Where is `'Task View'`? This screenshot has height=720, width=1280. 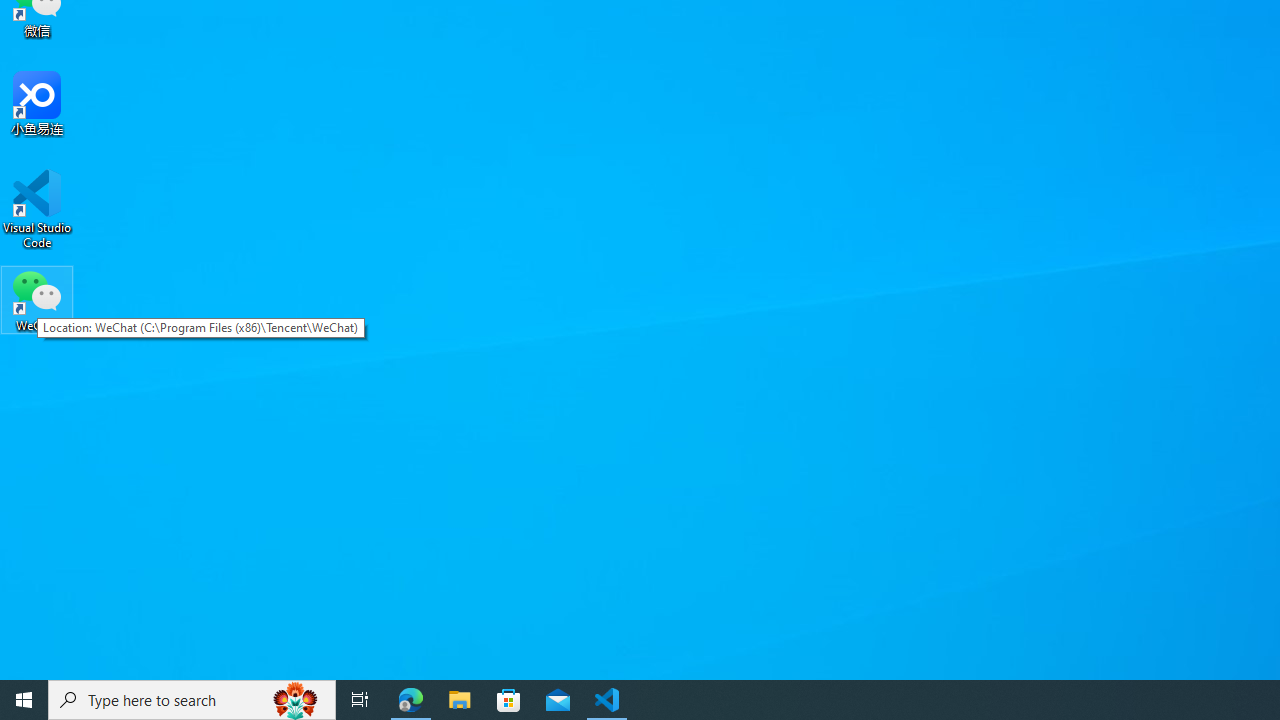
'Task View' is located at coordinates (359, 698).